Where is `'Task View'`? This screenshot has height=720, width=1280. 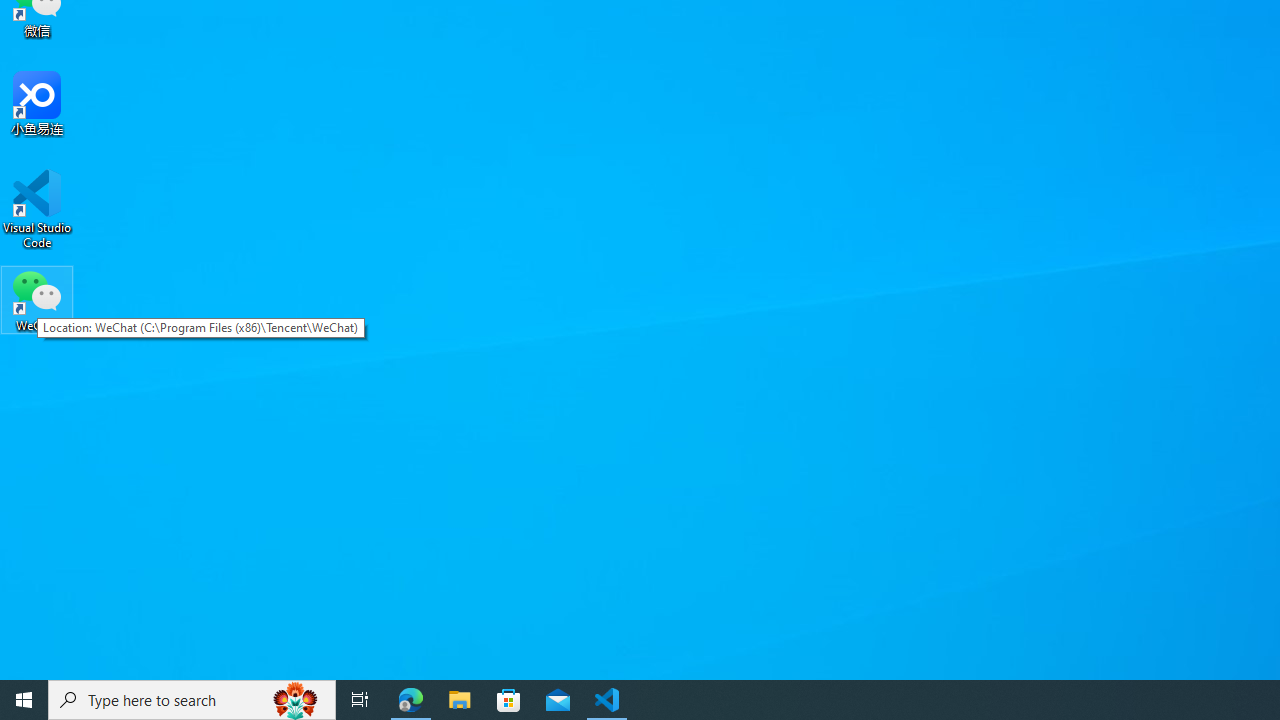
'Task View' is located at coordinates (359, 698).